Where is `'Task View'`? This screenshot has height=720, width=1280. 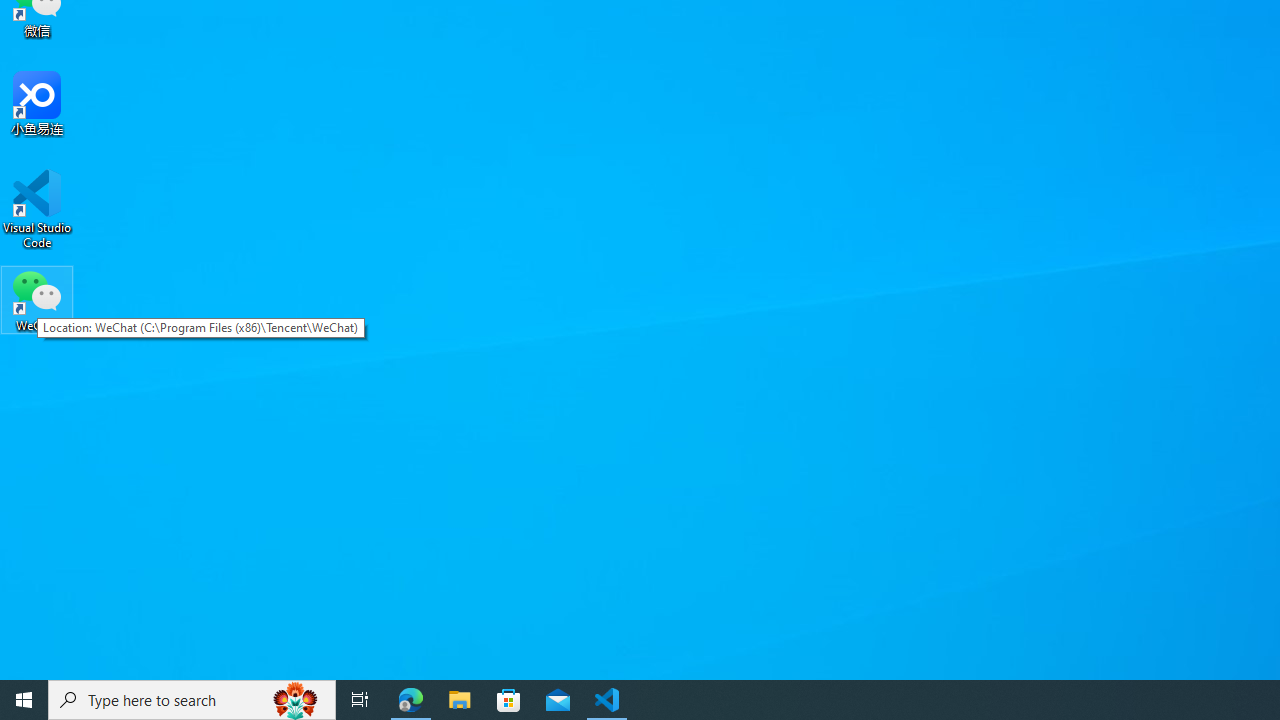
'Task View' is located at coordinates (359, 698).